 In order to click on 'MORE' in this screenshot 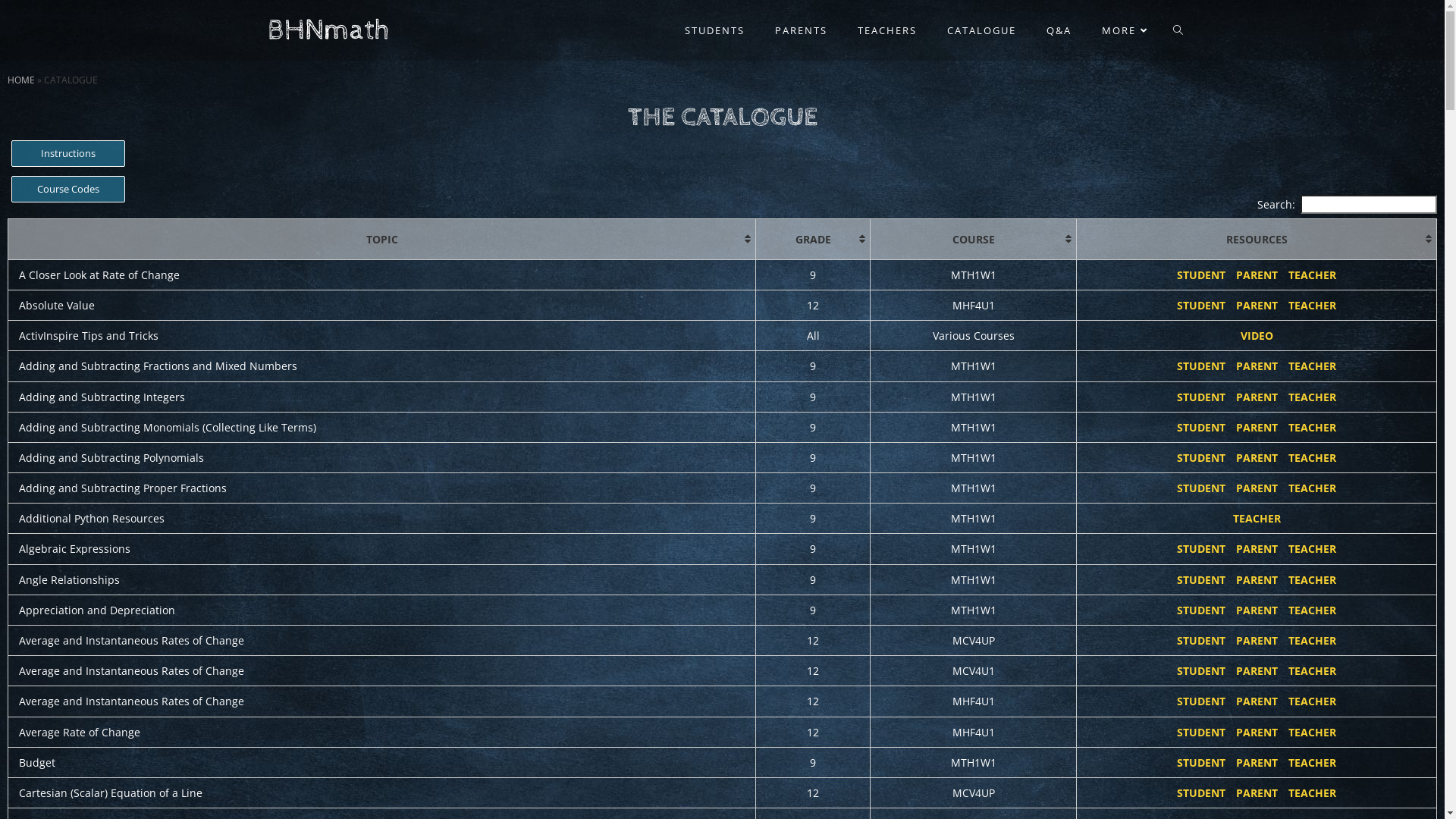, I will do `click(1084, 30)`.